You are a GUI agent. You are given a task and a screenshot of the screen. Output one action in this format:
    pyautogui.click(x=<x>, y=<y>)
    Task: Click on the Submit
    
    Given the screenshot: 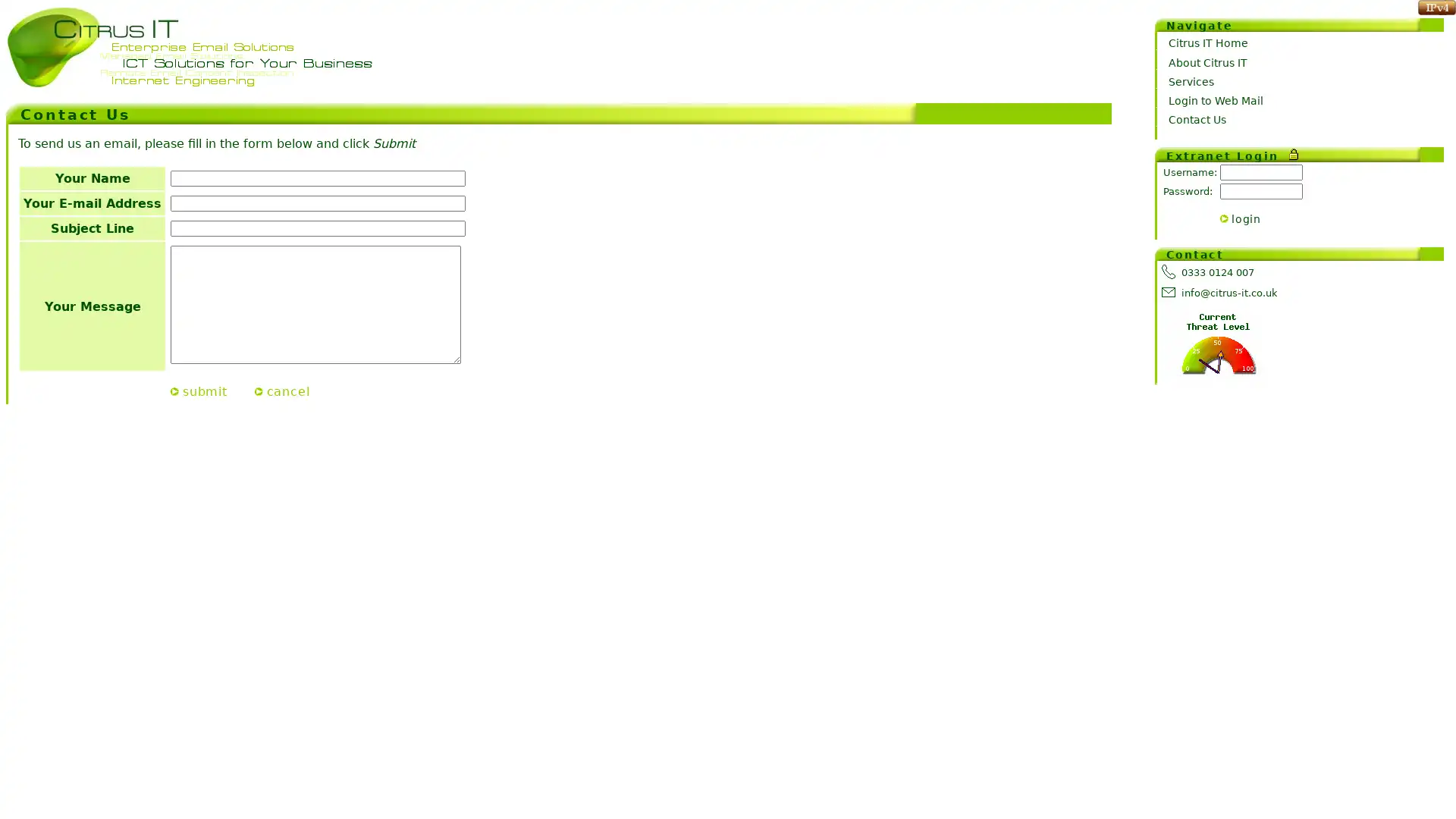 What is the action you would take?
    pyautogui.click(x=174, y=391)
    